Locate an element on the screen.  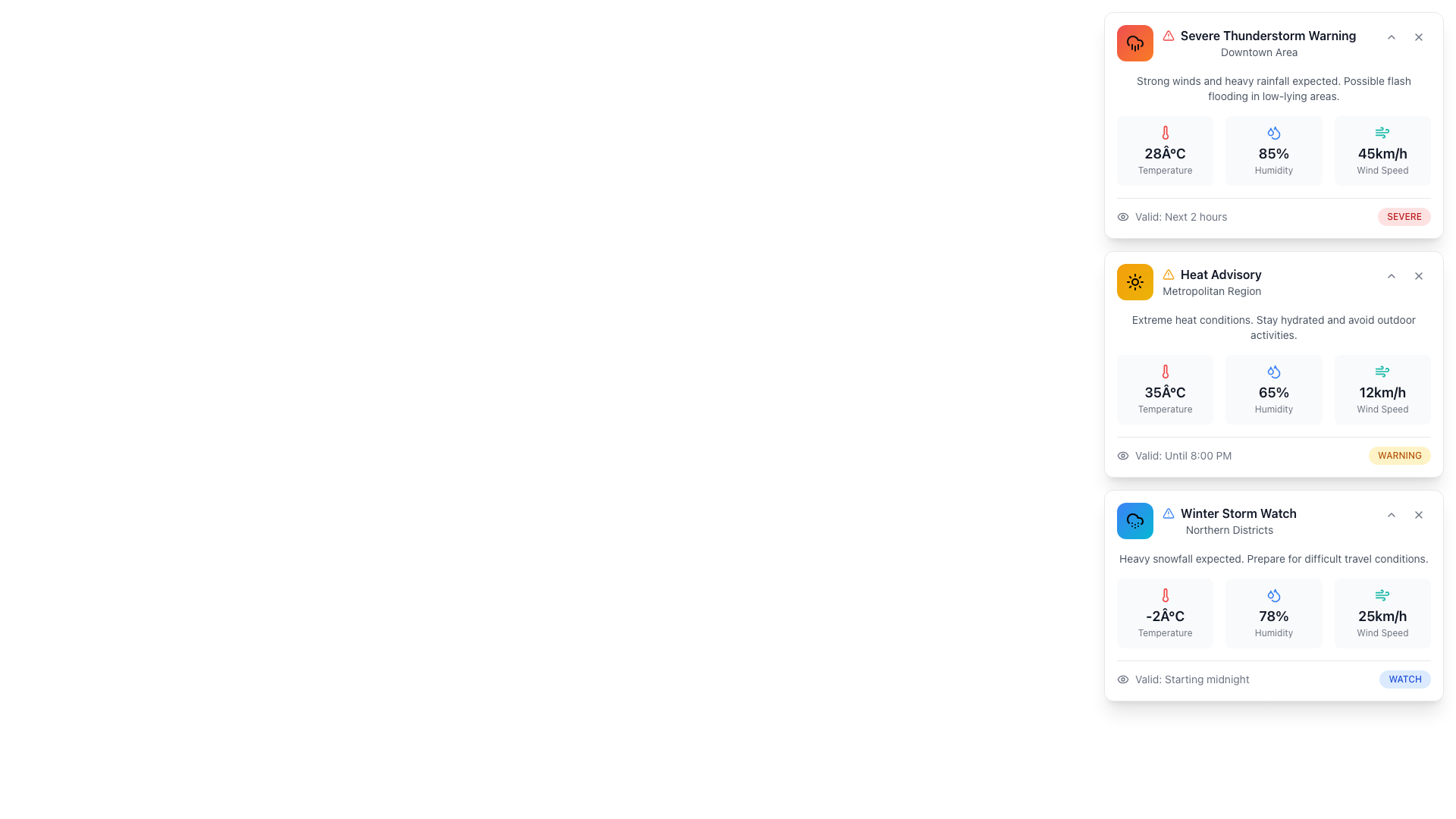
the small triangular arrow icon located at the top-right corner of the 'Severe Thunderstorm Warning' card is located at coordinates (1391, 36).